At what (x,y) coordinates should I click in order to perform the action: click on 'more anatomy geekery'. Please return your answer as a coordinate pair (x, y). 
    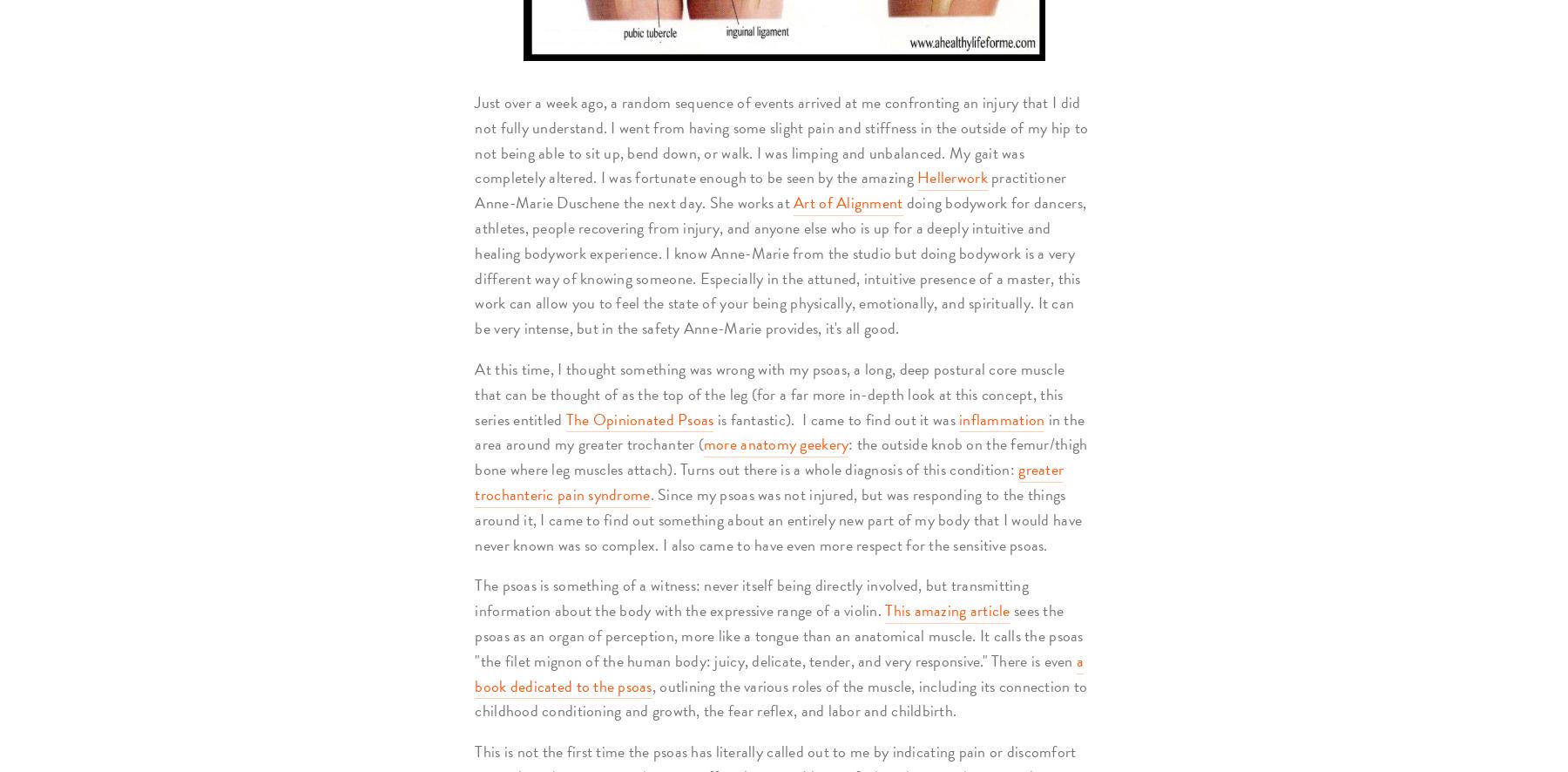
    Looking at the image, I should click on (775, 443).